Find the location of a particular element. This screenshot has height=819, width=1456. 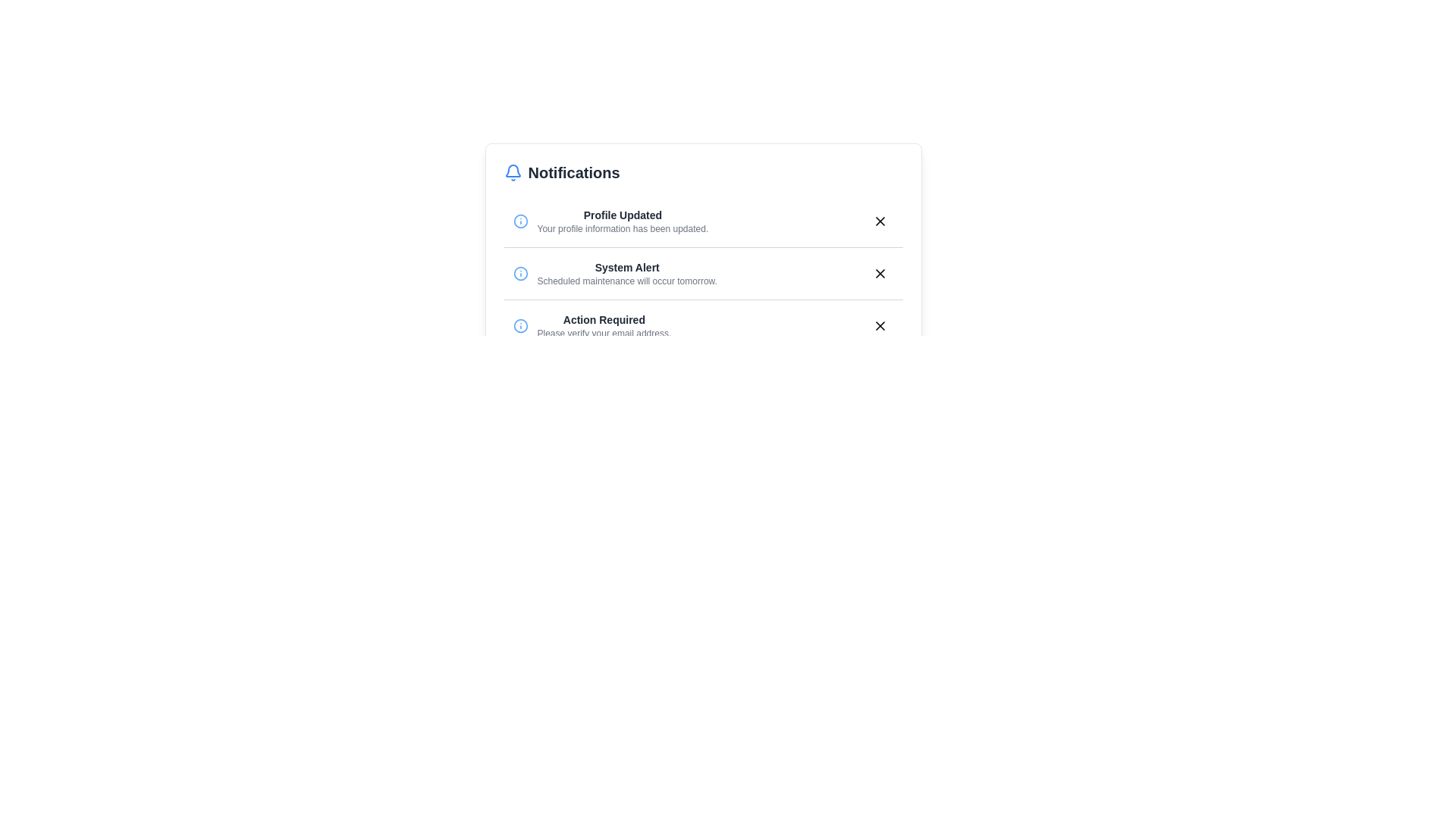

the bell icon associated with 'Notifications' located at the leftmost side of the notifications section is located at coordinates (513, 171).